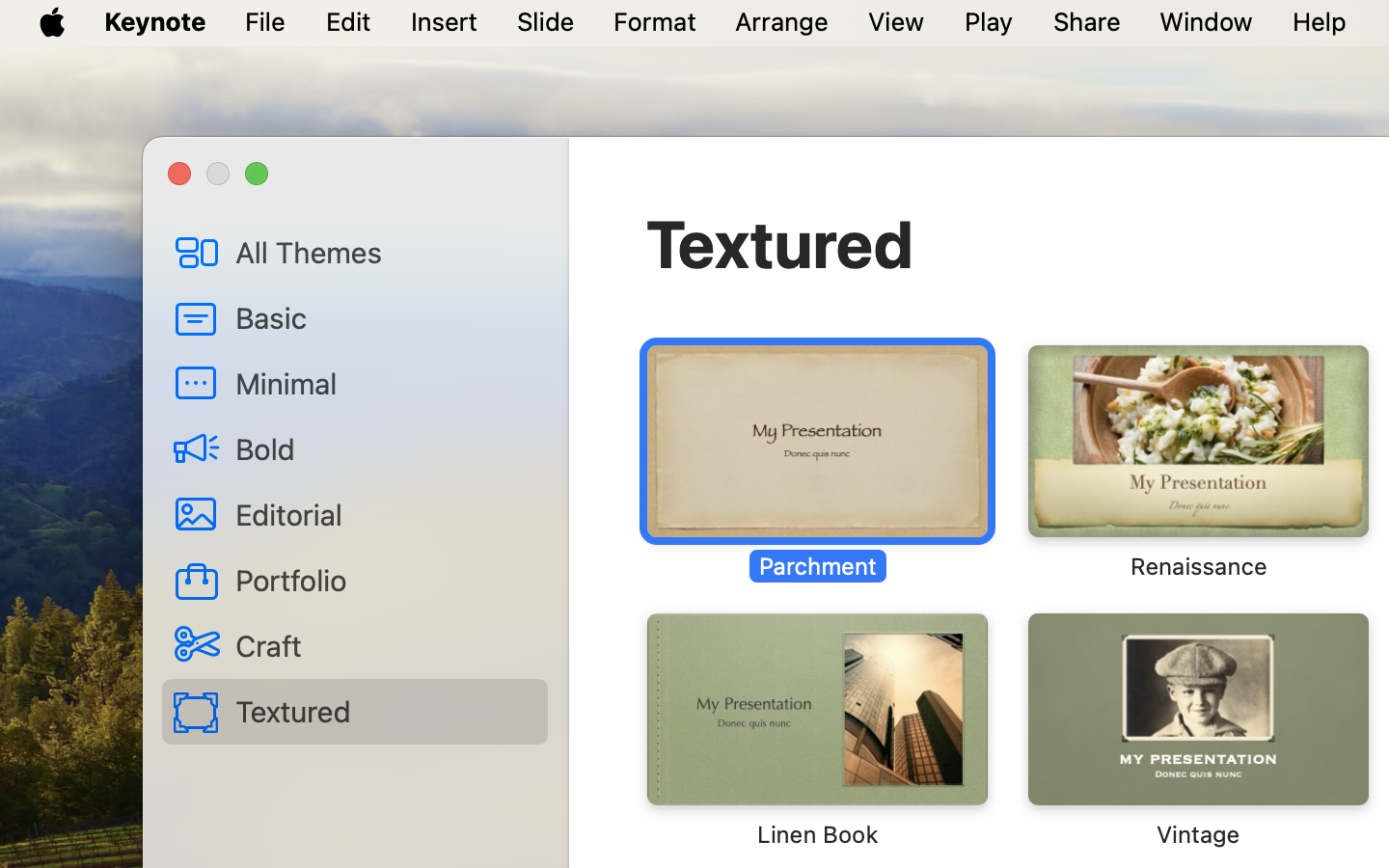 The height and width of the screenshot is (868, 1389). I want to click on 'Bold', so click(383, 448).